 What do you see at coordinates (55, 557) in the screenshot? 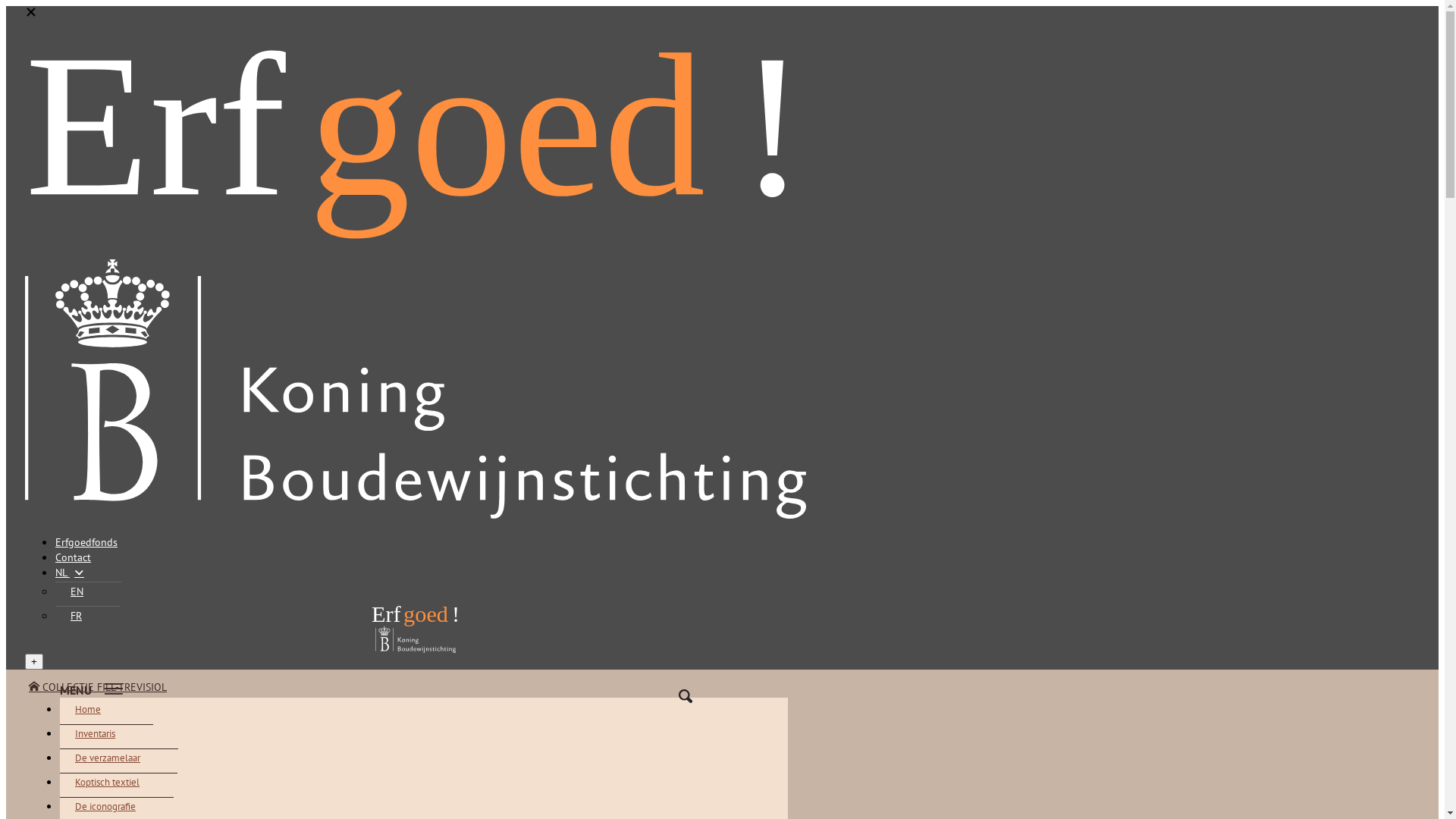
I see `'Contact'` at bounding box center [55, 557].